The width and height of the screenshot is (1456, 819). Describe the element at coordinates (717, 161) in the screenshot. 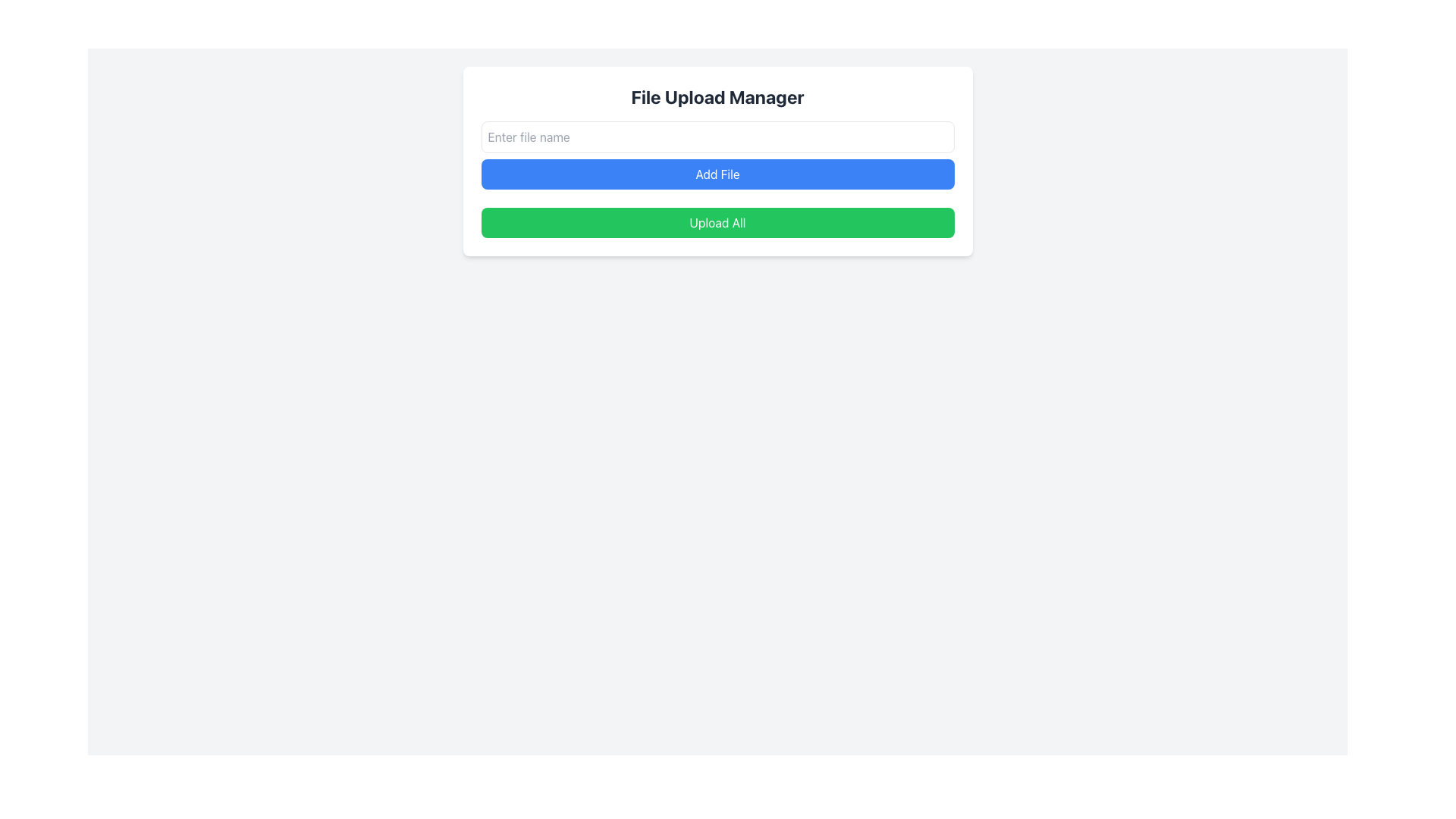

I see `the button that adds a file to a list or queue, located centrally beneath the file name input field` at that location.